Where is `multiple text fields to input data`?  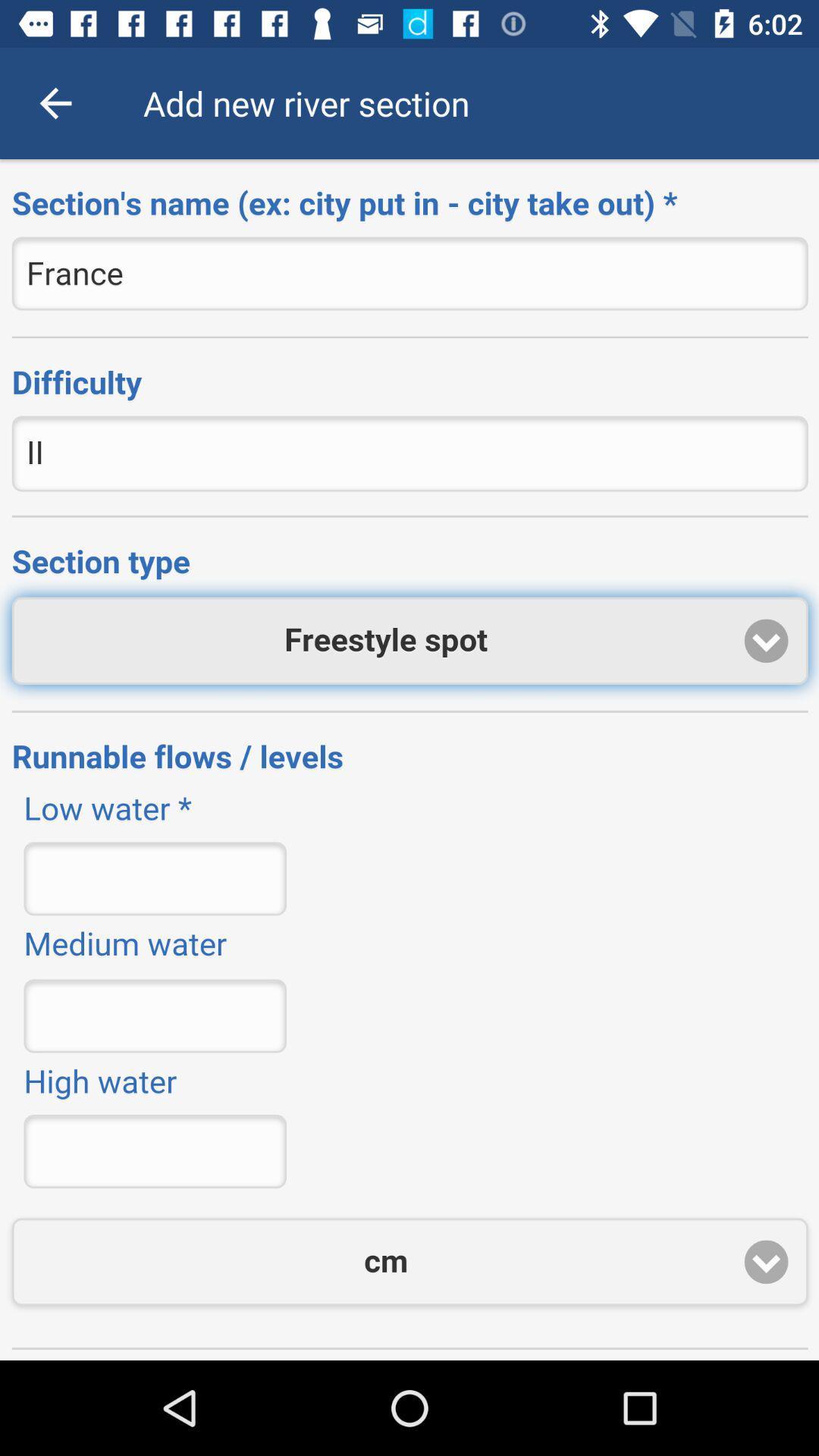
multiple text fields to input data is located at coordinates (409, 760).